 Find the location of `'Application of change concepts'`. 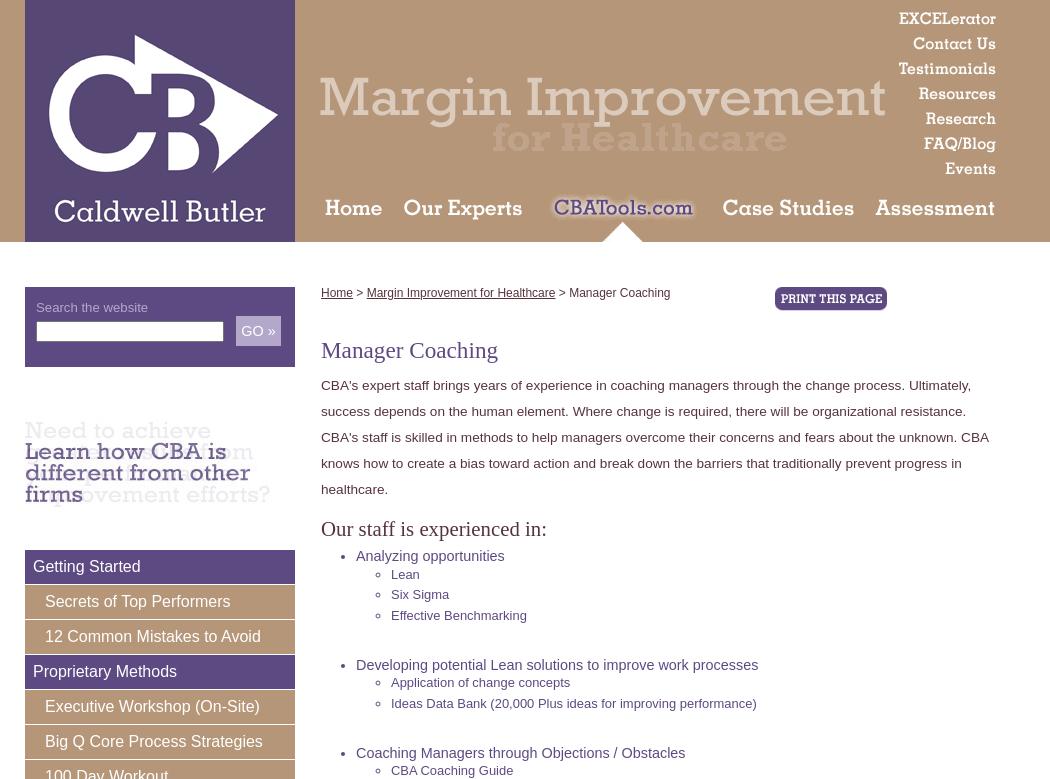

'Application of change concepts' is located at coordinates (480, 682).